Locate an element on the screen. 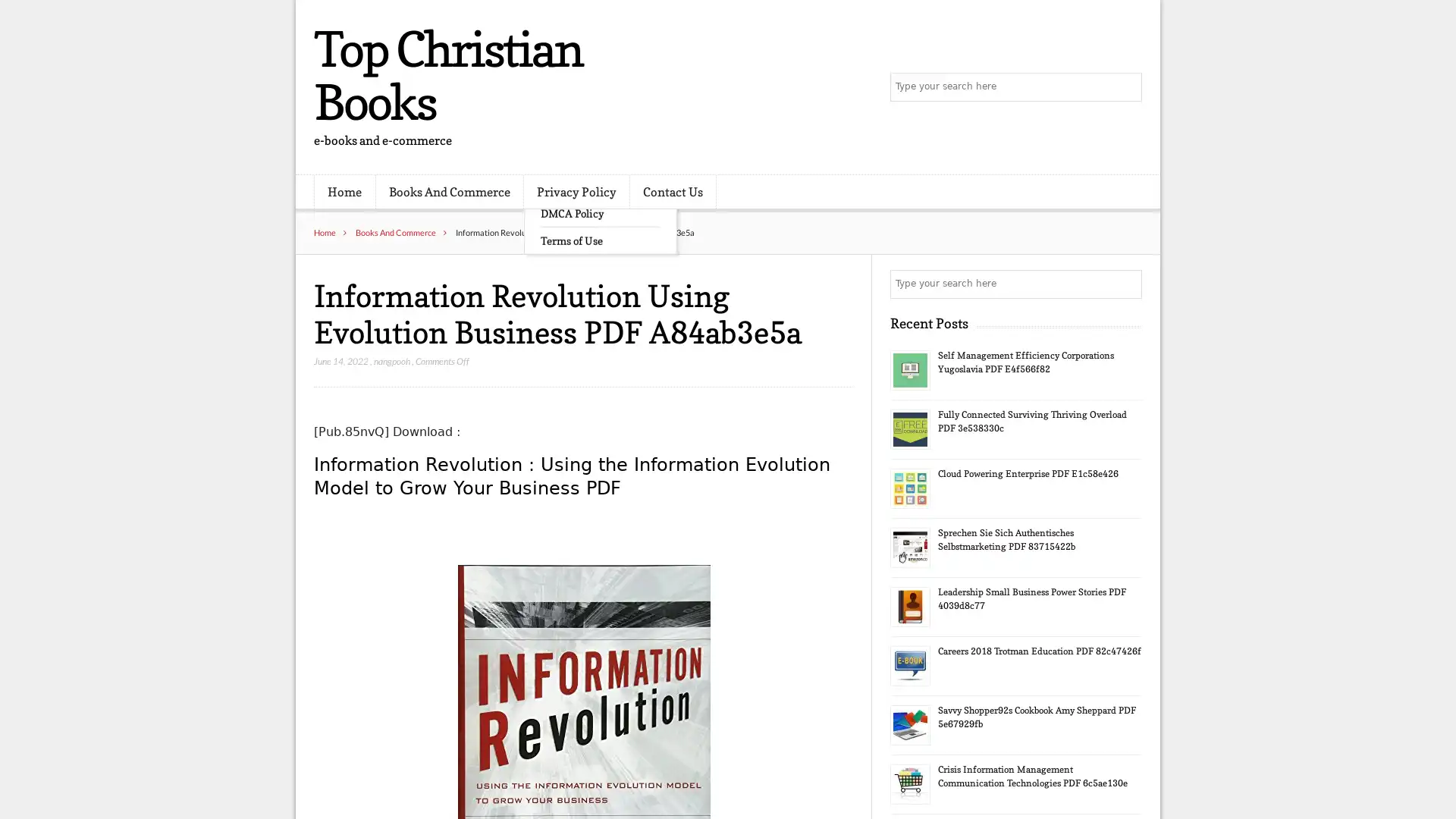 This screenshot has width=1456, height=819. Search is located at coordinates (1126, 87).